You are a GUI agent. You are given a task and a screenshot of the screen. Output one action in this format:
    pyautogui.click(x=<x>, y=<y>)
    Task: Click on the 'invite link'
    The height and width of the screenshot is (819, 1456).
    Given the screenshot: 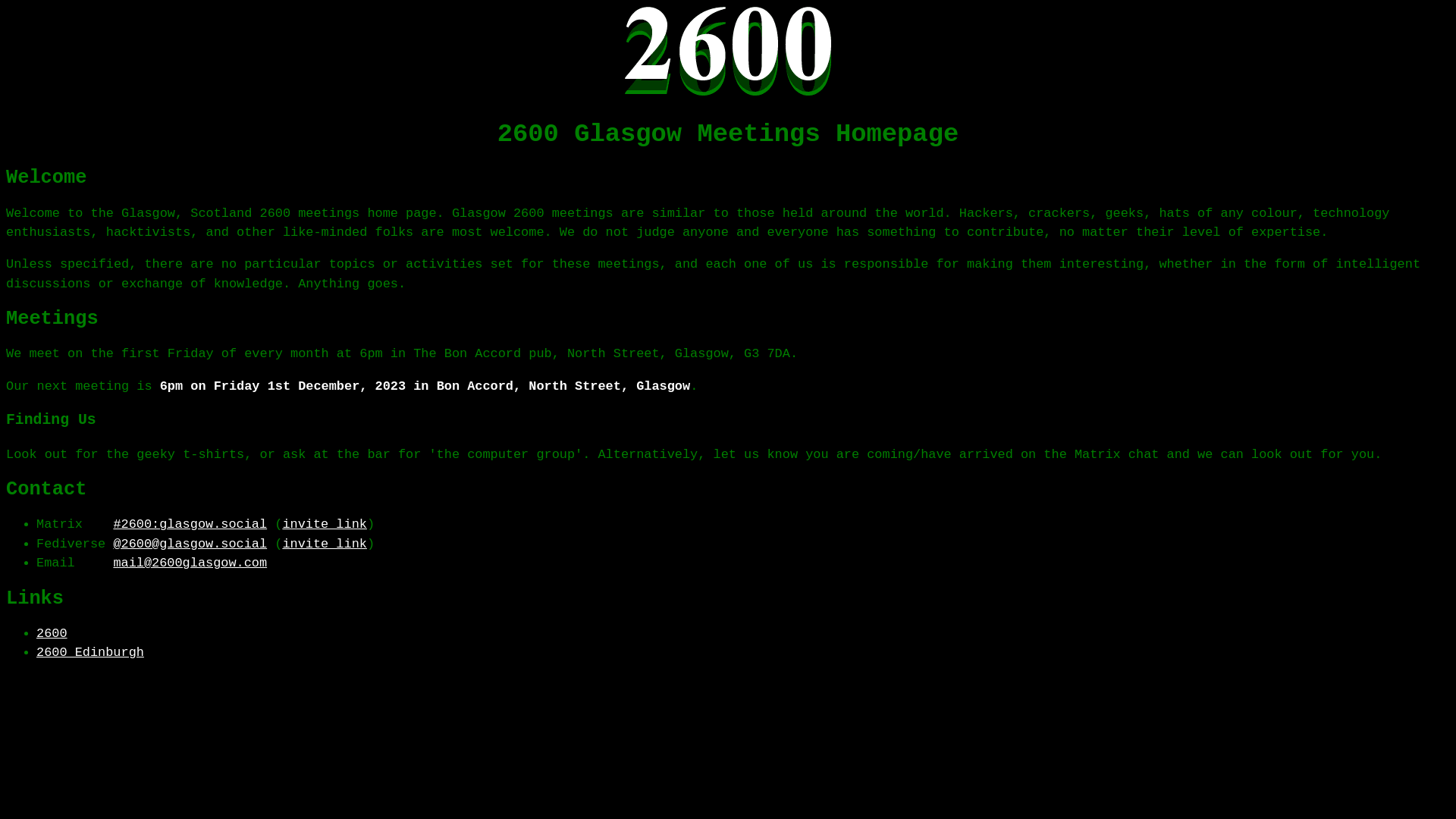 What is the action you would take?
    pyautogui.click(x=323, y=543)
    